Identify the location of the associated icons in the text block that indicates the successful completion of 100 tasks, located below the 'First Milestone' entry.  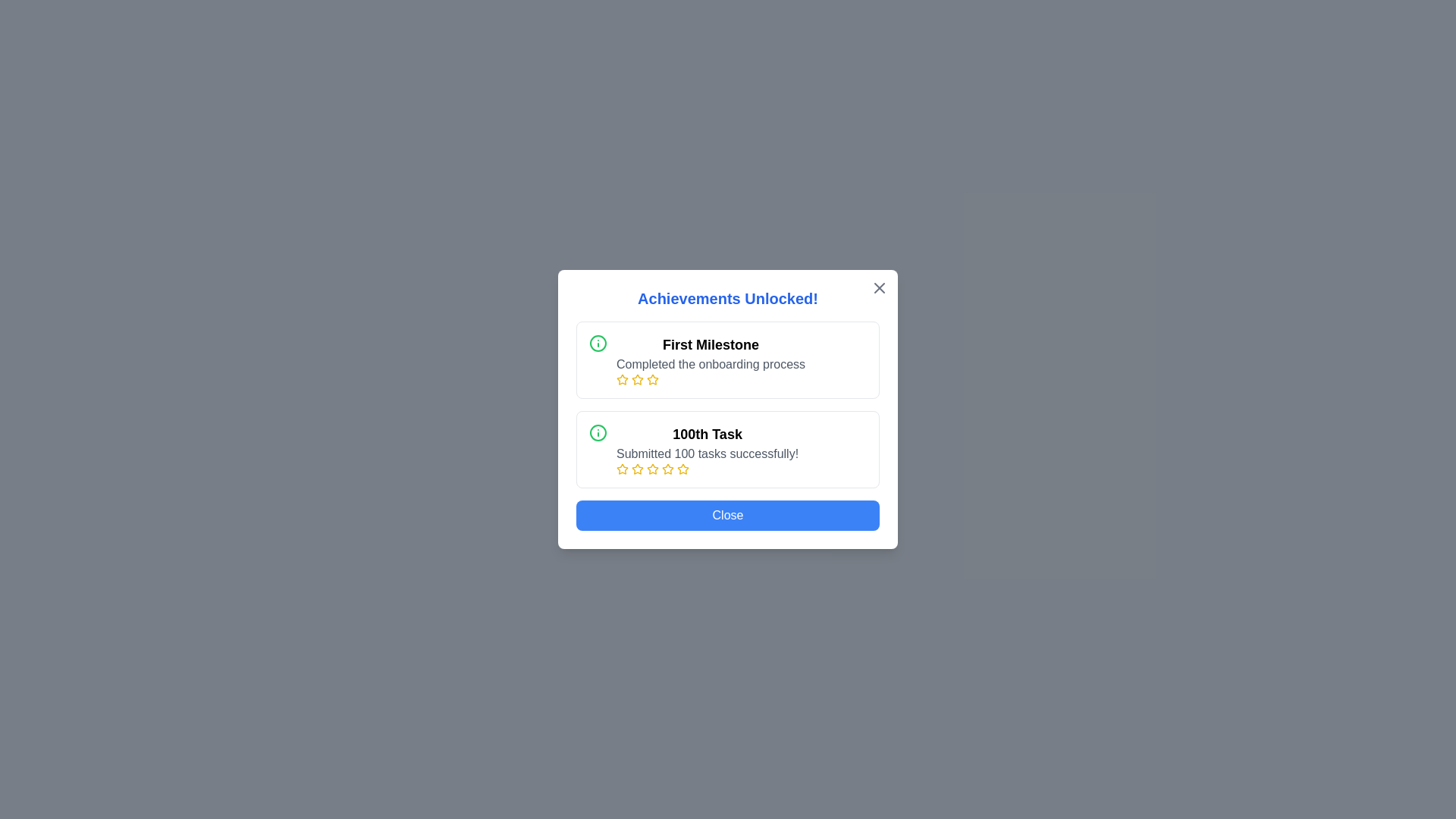
(707, 449).